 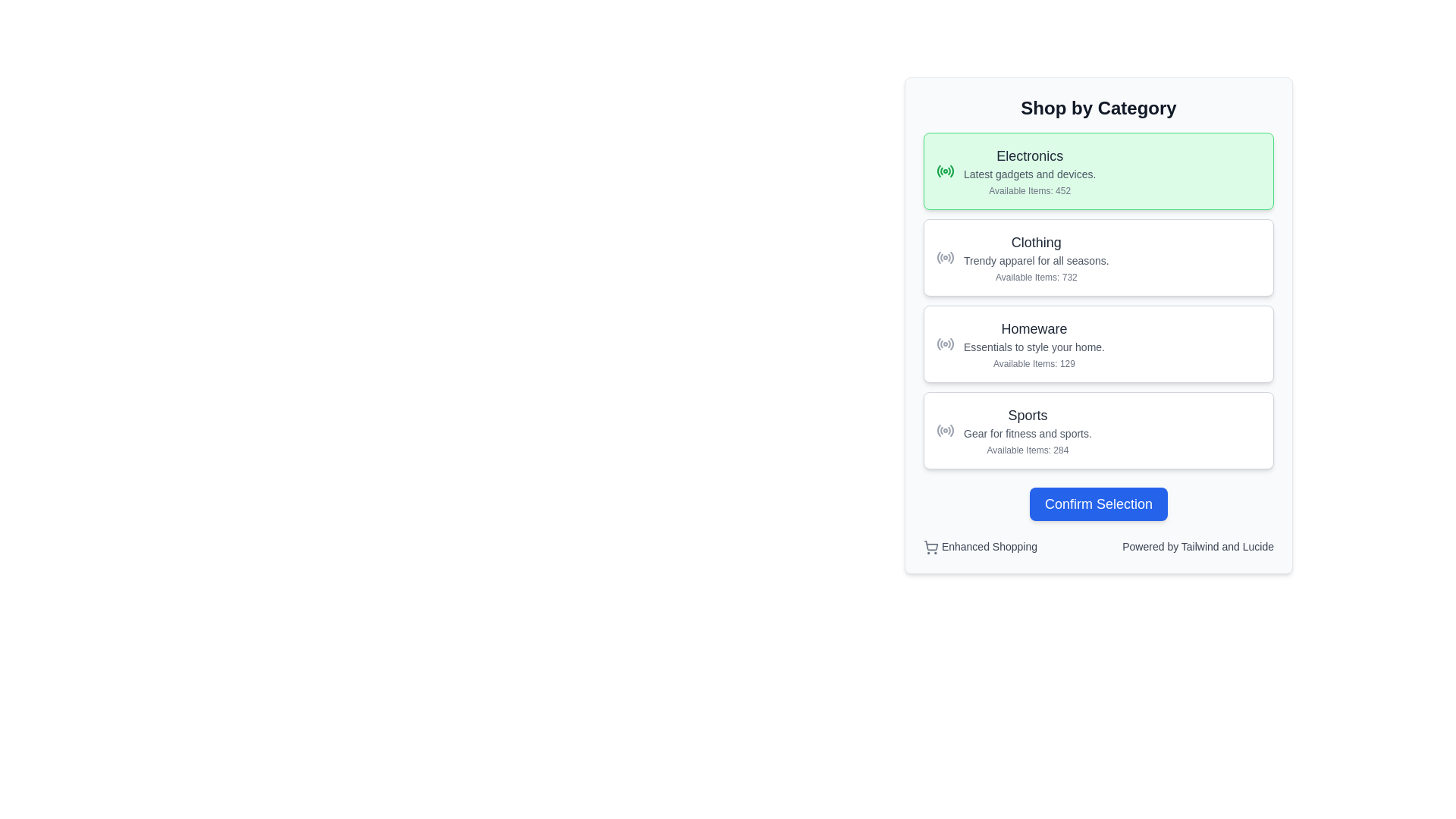 What do you see at coordinates (1030, 155) in the screenshot?
I see `the bold text label 'Electronics', which is styled in medium font size and dark gray color, positioned at the top of the category section` at bounding box center [1030, 155].